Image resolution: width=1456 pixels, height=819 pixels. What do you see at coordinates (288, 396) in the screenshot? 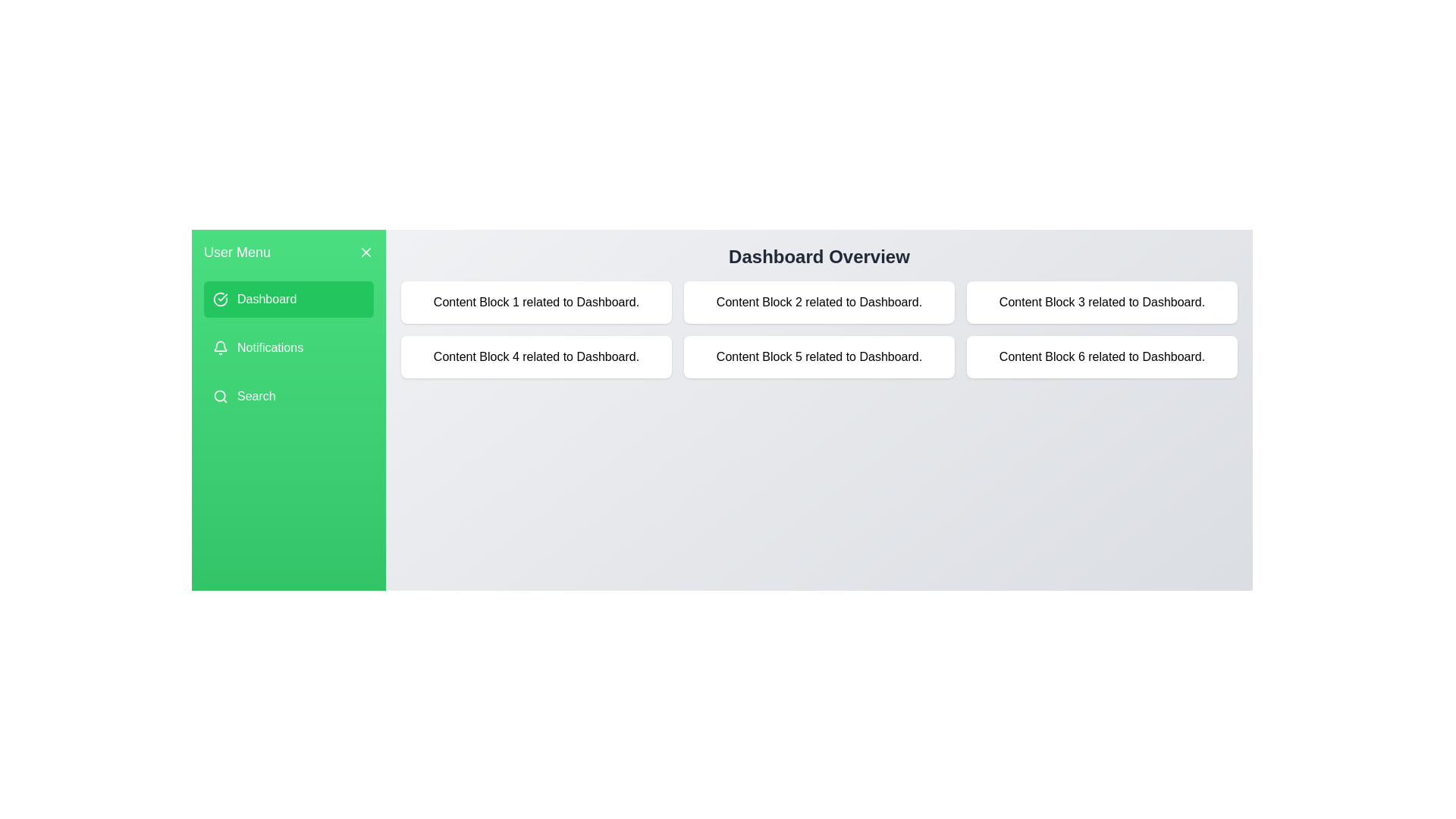
I see `the menu item Search to view its related content` at bounding box center [288, 396].